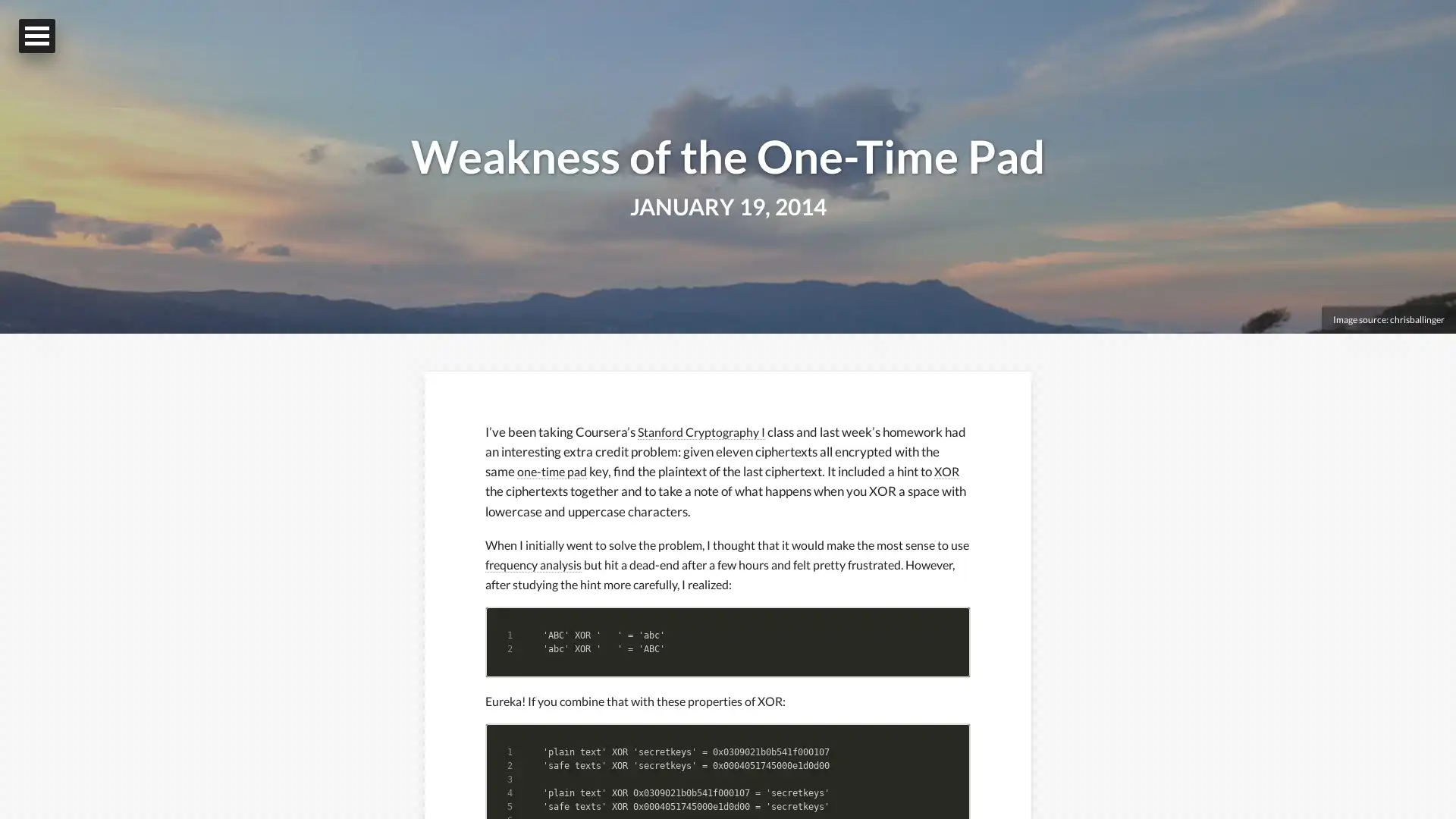 The width and height of the screenshot is (1456, 819). What do you see at coordinates (36, 35) in the screenshot?
I see `Open Menu` at bounding box center [36, 35].